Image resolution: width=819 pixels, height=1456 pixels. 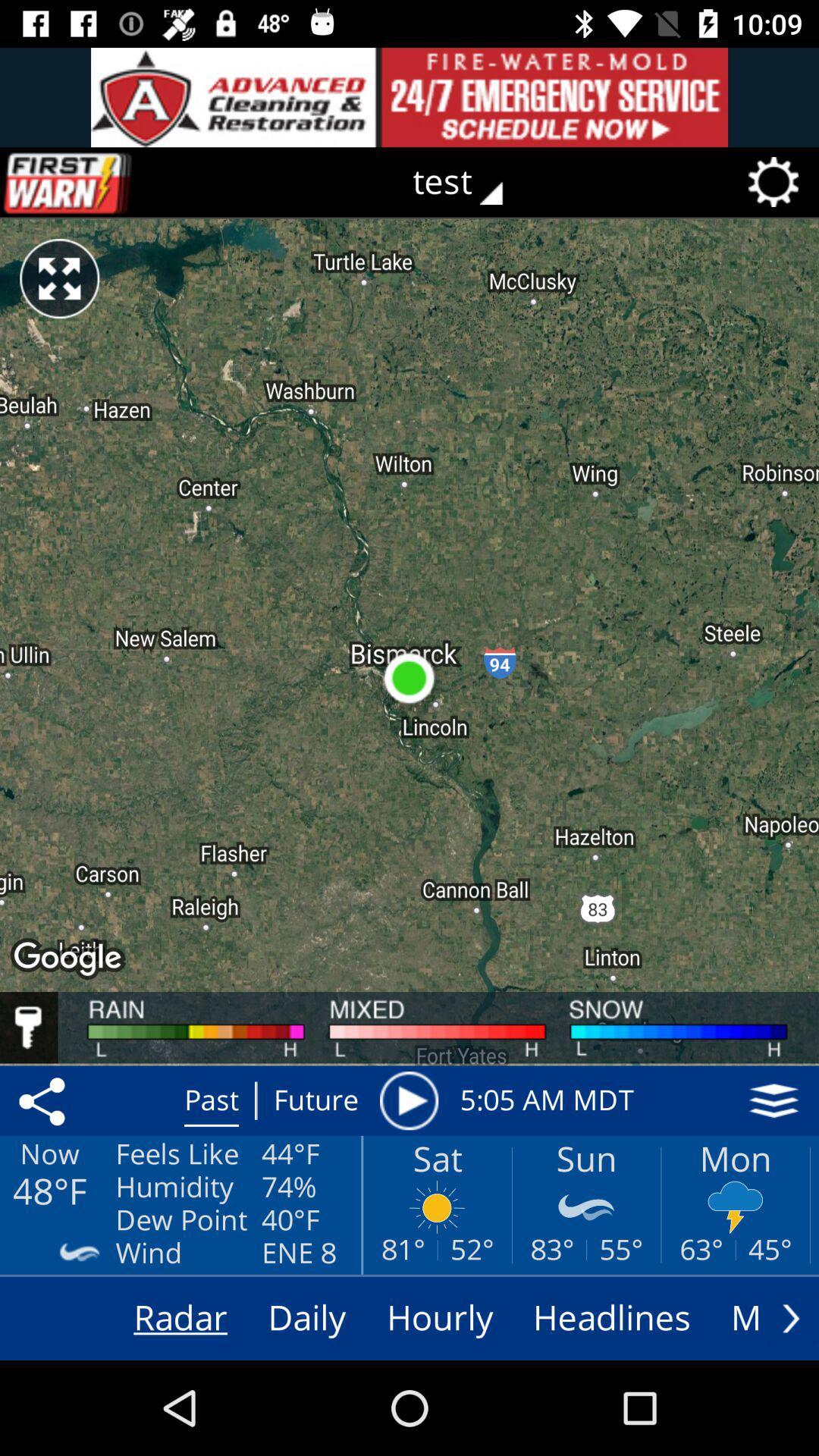 I want to click on scroll right, so click(x=790, y=1317).